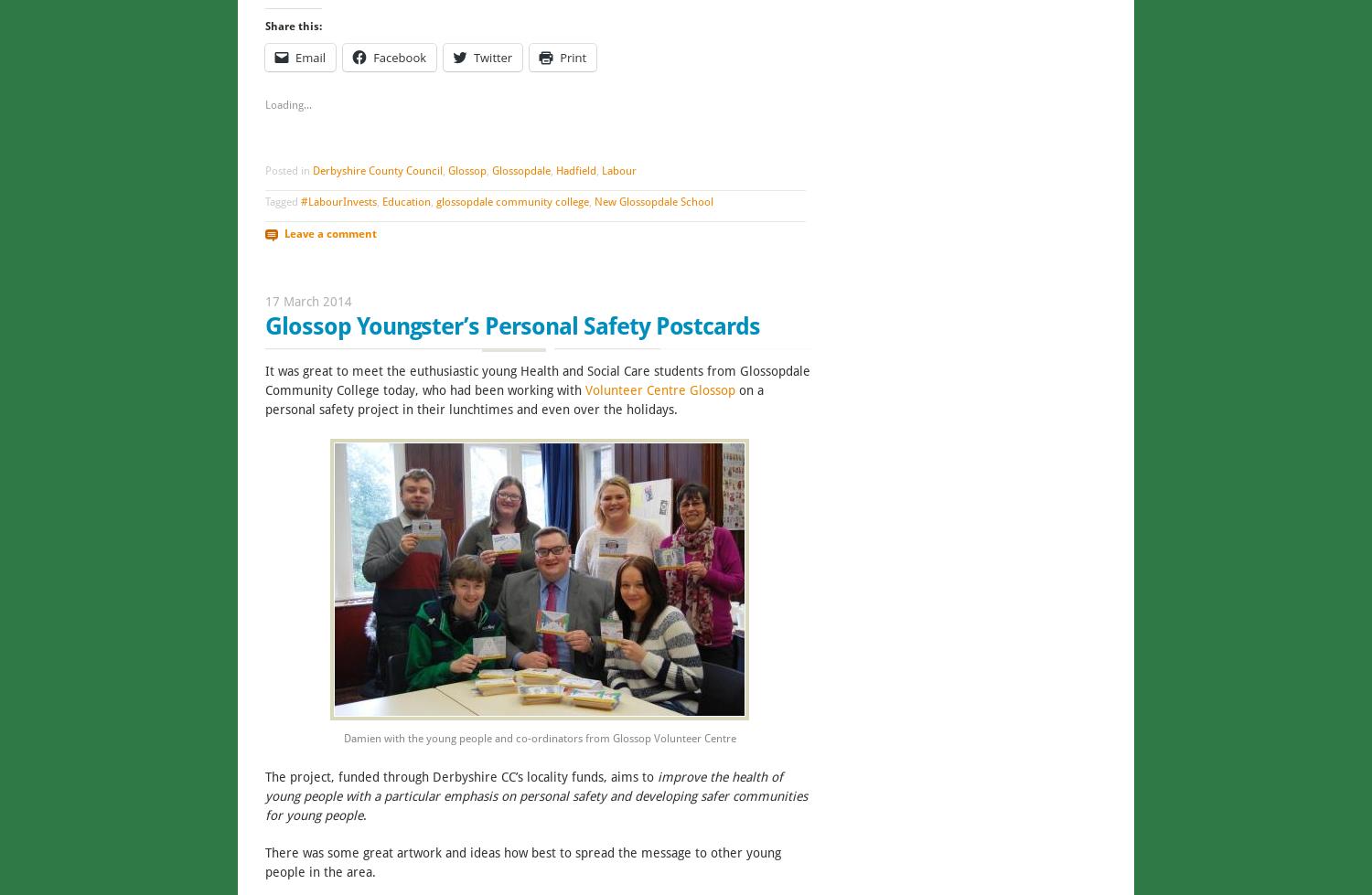 The image size is (1372, 895). What do you see at coordinates (309, 58) in the screenshot?
I see `'Email'` at bounding box center [309, 58].